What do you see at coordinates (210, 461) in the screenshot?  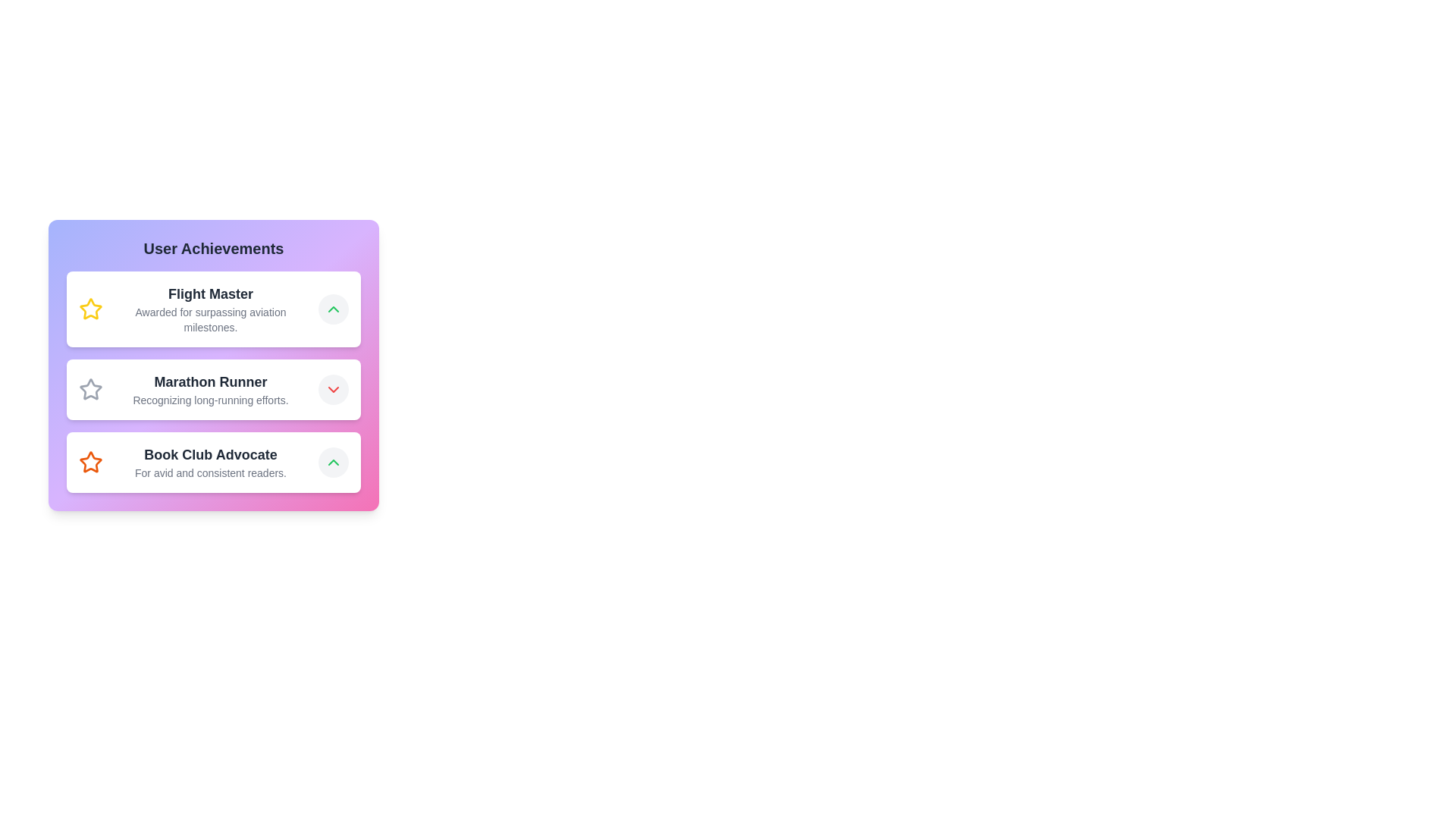 I see `the Text display component that shows 'Book Club Advocate' and 'For avid and consistent readers.' in a vertical stack, located in the third item of the user achievements list` at bounding box center [210, 461].